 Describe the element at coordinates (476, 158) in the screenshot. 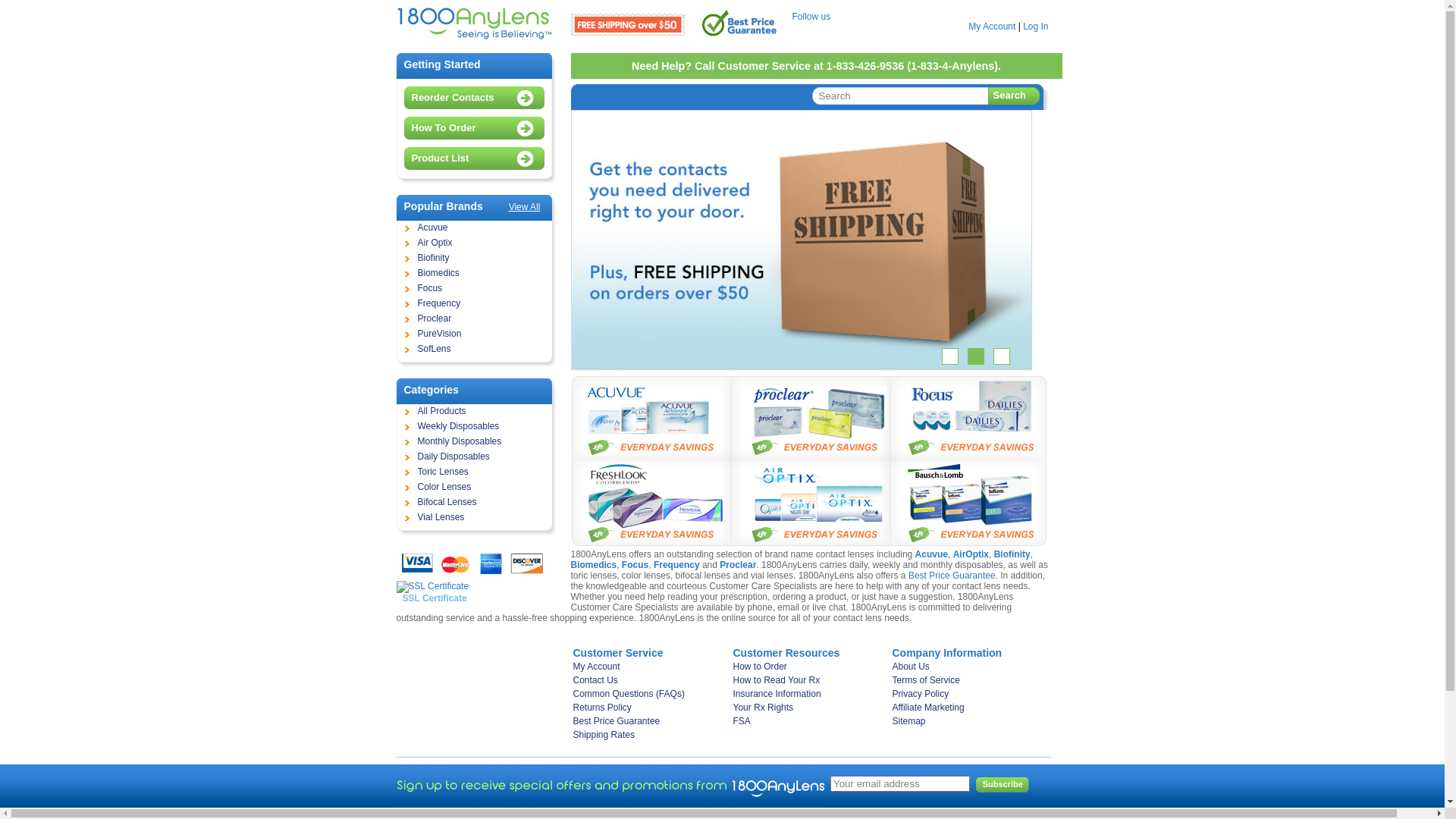

I see `'Product List'` at that location.